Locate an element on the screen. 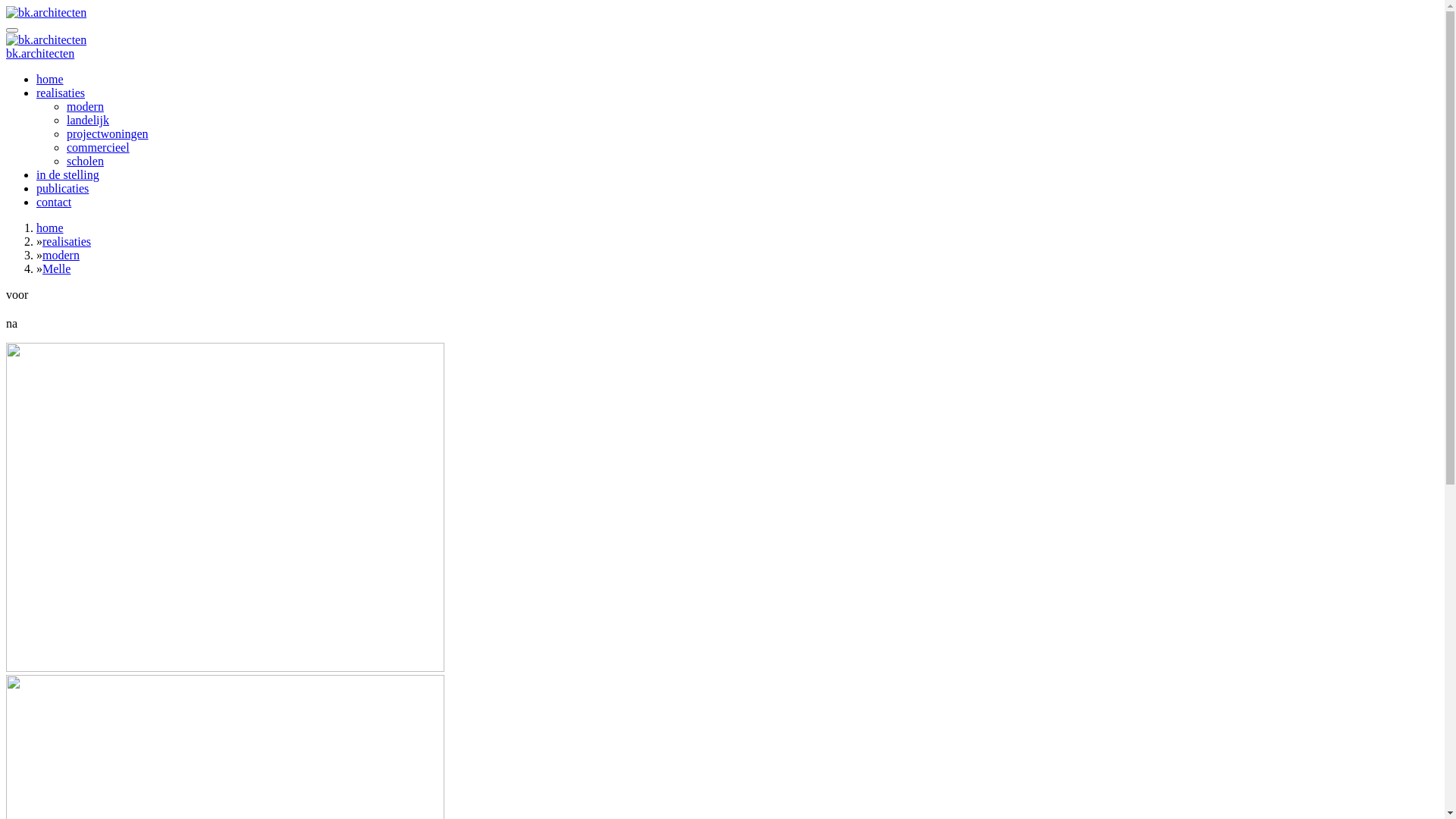 The image size is (1456, 819). 'home' is located at coordinates (50, 79).